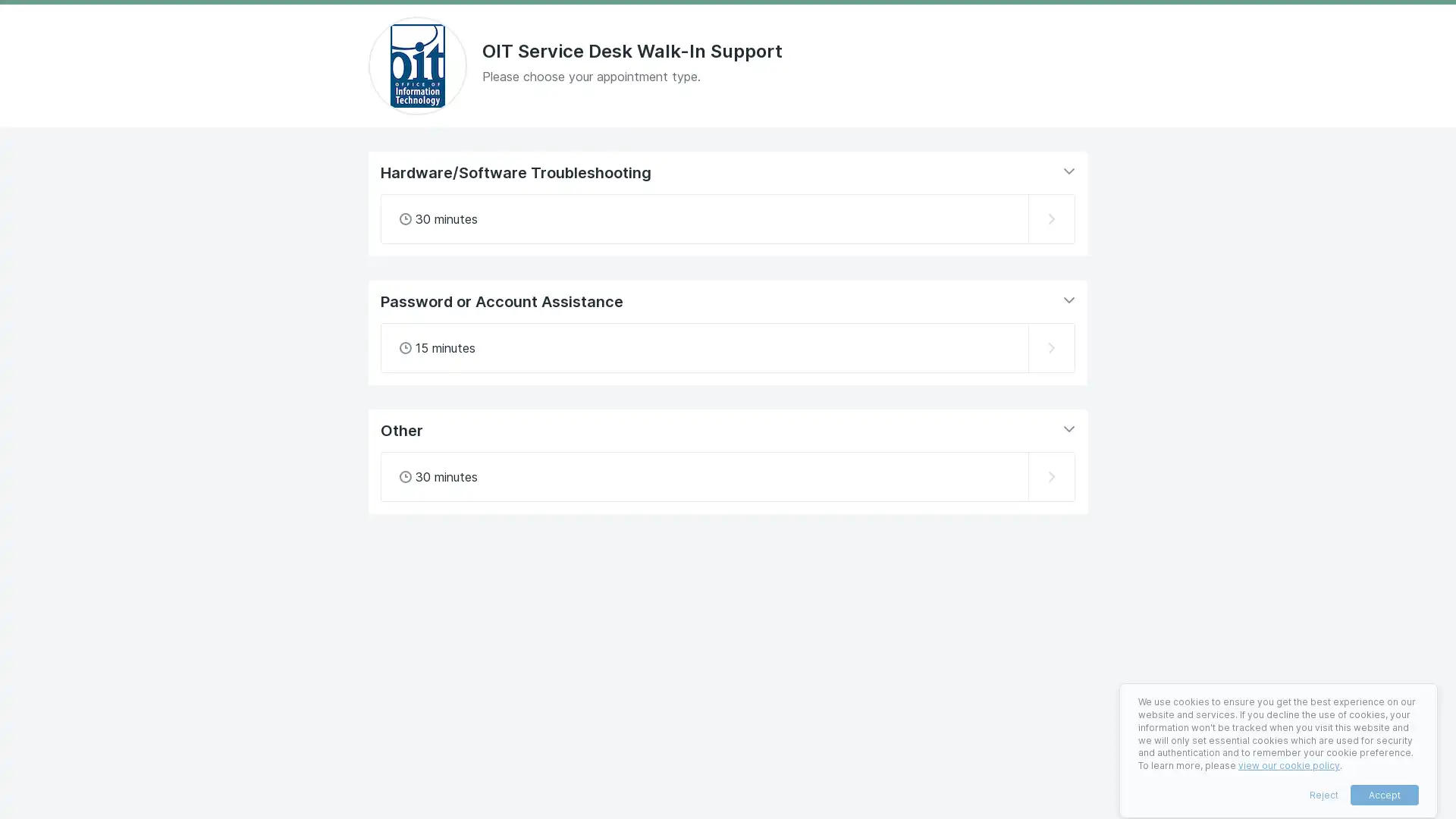  Describe the element at coordinates (728, 348) in the screenshot. I see `Select Password or Account Assistance` at that location.